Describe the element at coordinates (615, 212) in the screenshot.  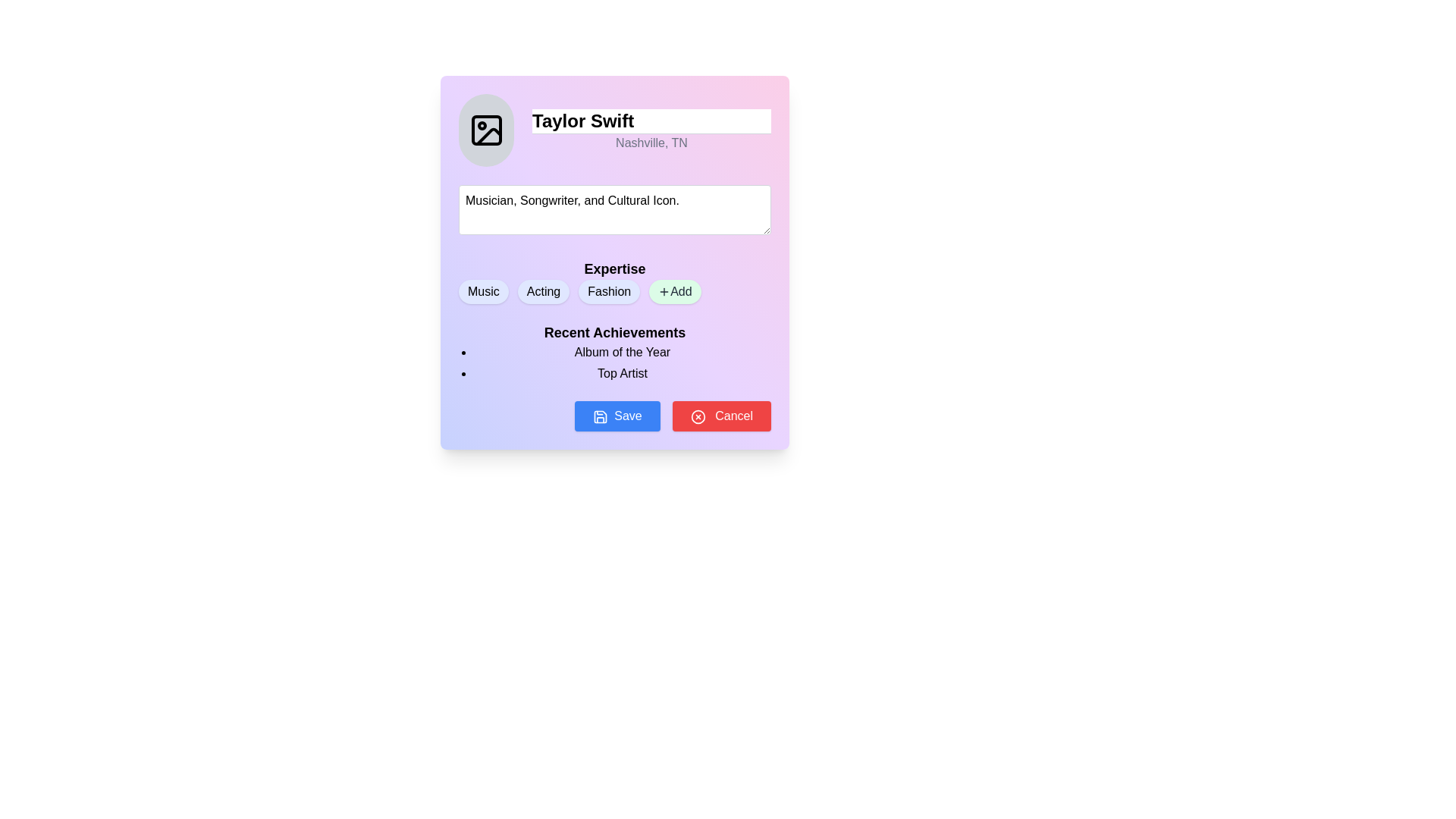
I see `the text input area that contains the text 'Musician, Songwriter, and Cultural Icon.'` at that location.